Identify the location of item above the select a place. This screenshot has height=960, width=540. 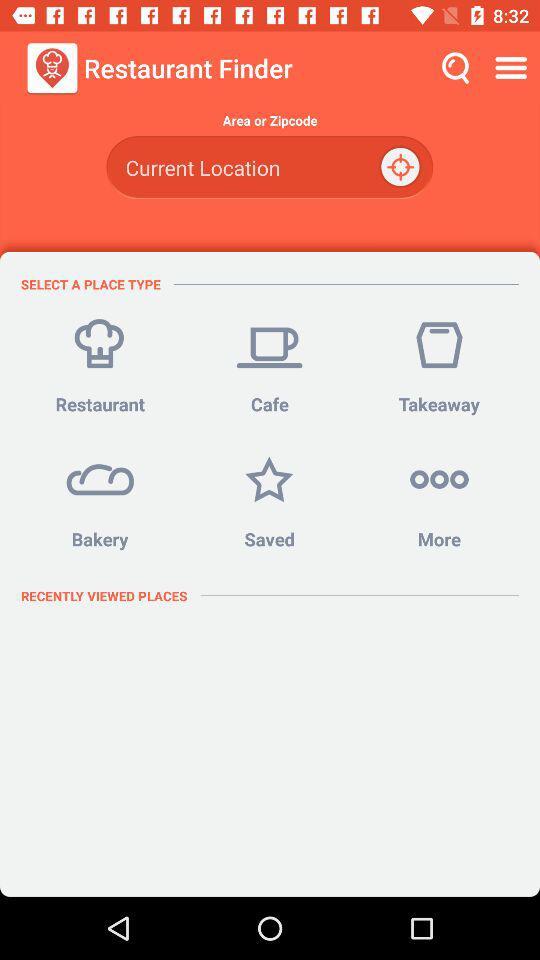
(269, 166).